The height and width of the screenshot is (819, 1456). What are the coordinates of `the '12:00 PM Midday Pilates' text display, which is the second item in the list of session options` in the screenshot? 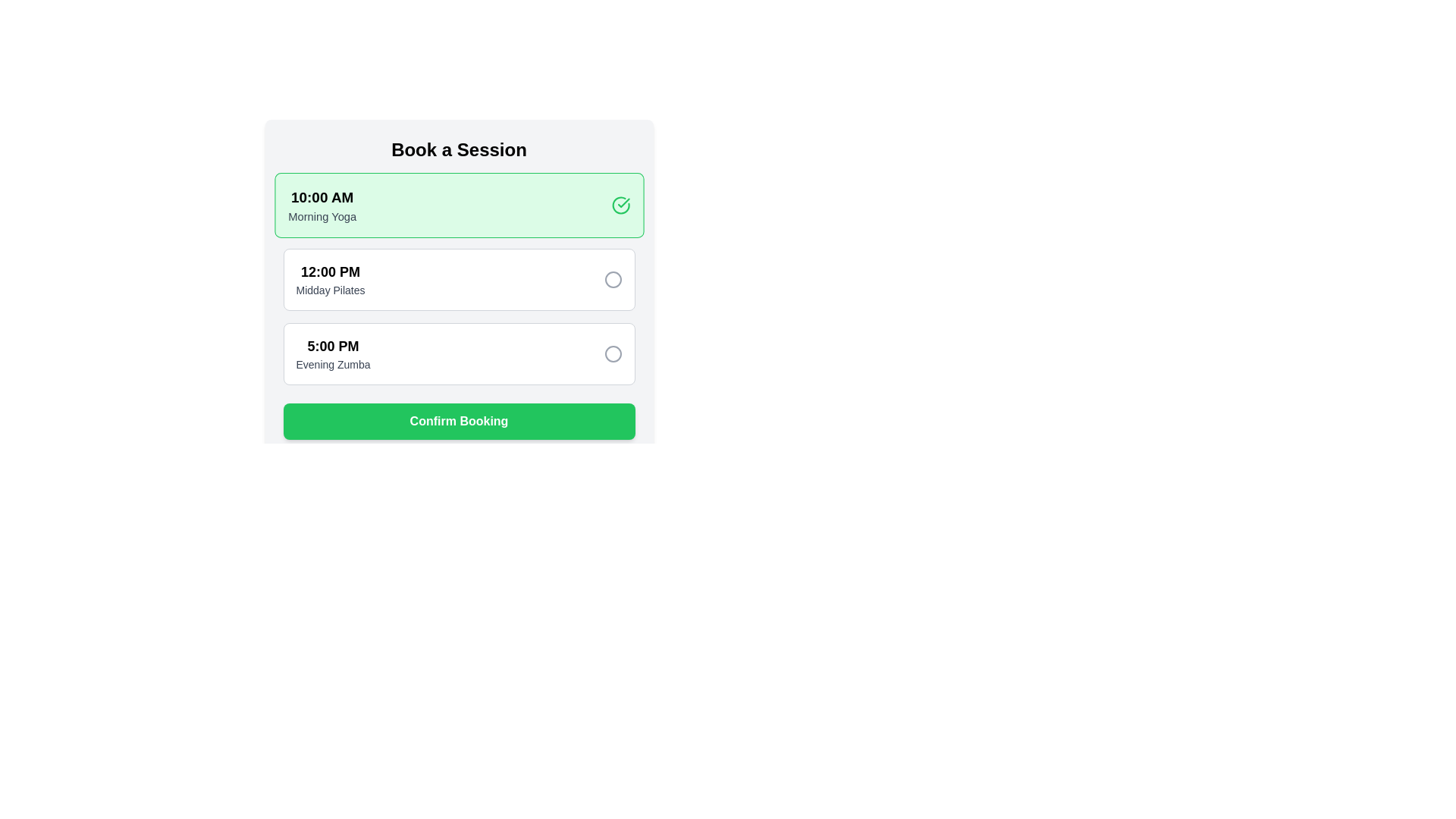 It's located at (330, 280).